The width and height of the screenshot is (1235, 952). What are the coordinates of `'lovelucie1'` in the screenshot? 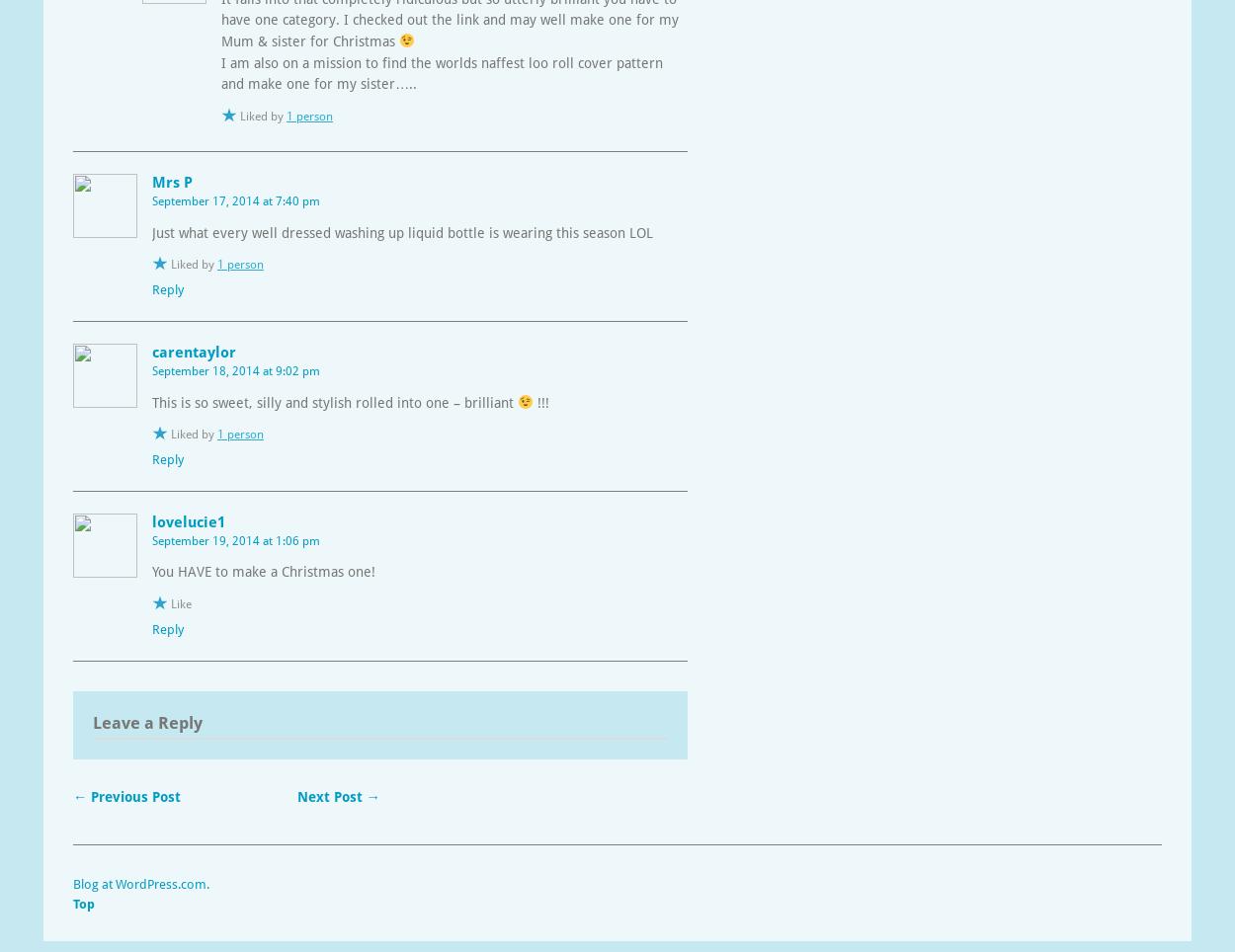 It's located at (188, 520).